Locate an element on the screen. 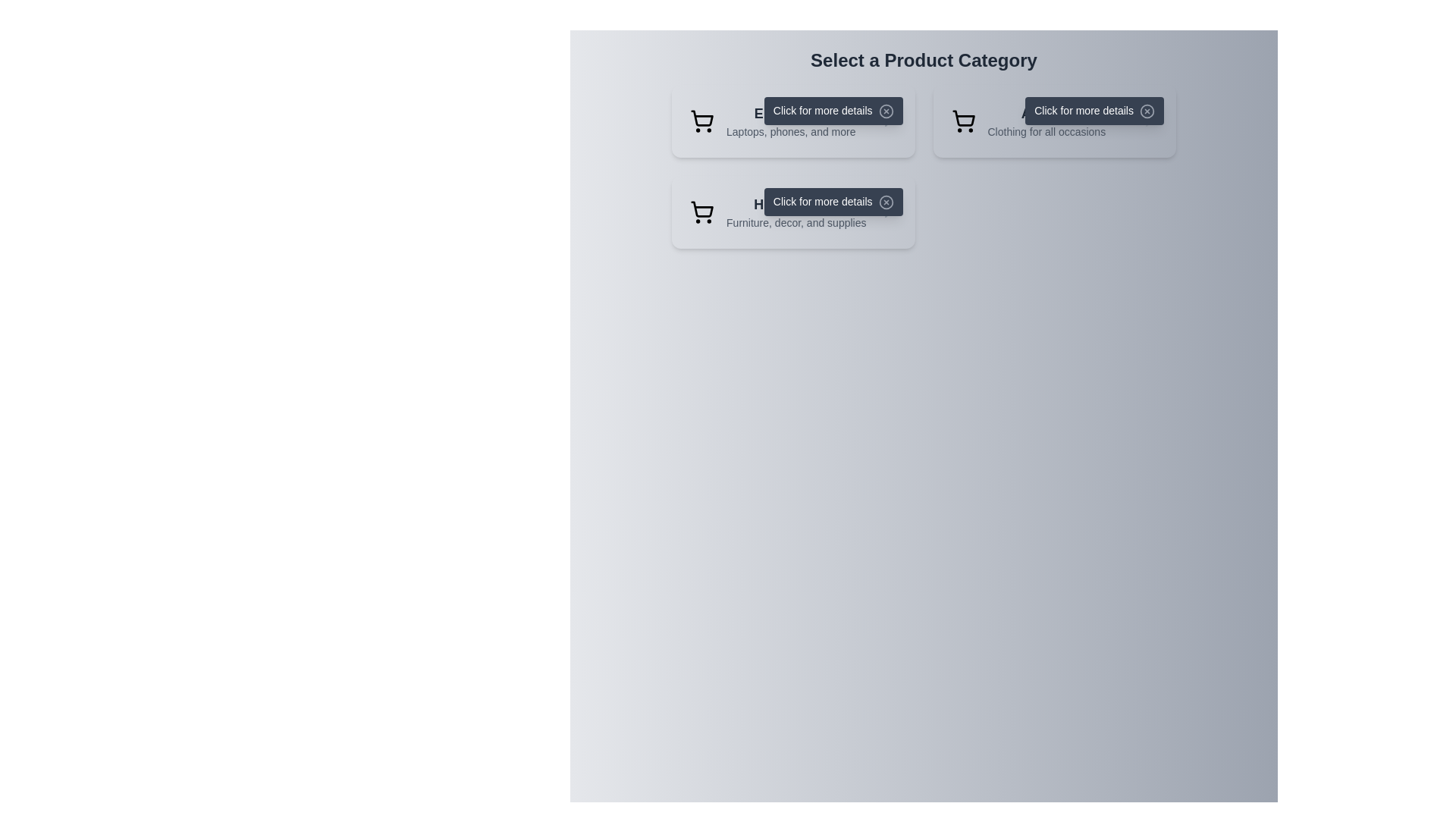 The image size is (1456, 819). the text label describing the category of products (Electronics) is located at coordinates (790, 120).